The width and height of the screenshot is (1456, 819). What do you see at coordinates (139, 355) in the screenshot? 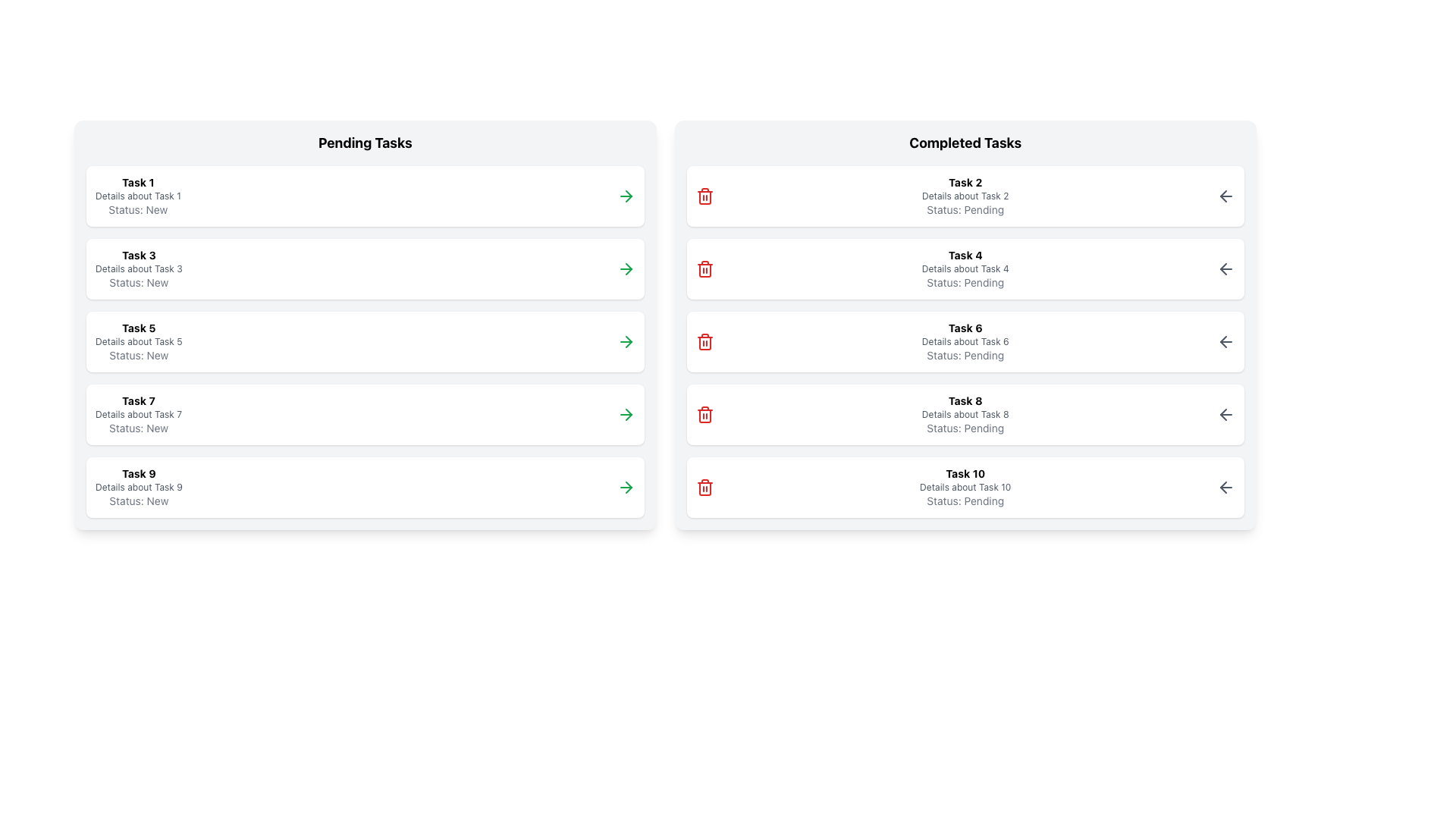
I see `the text label displaying the status of Task 5 located below the task name in the 'Pending Tasks' section` at bounding box center [139, 355].